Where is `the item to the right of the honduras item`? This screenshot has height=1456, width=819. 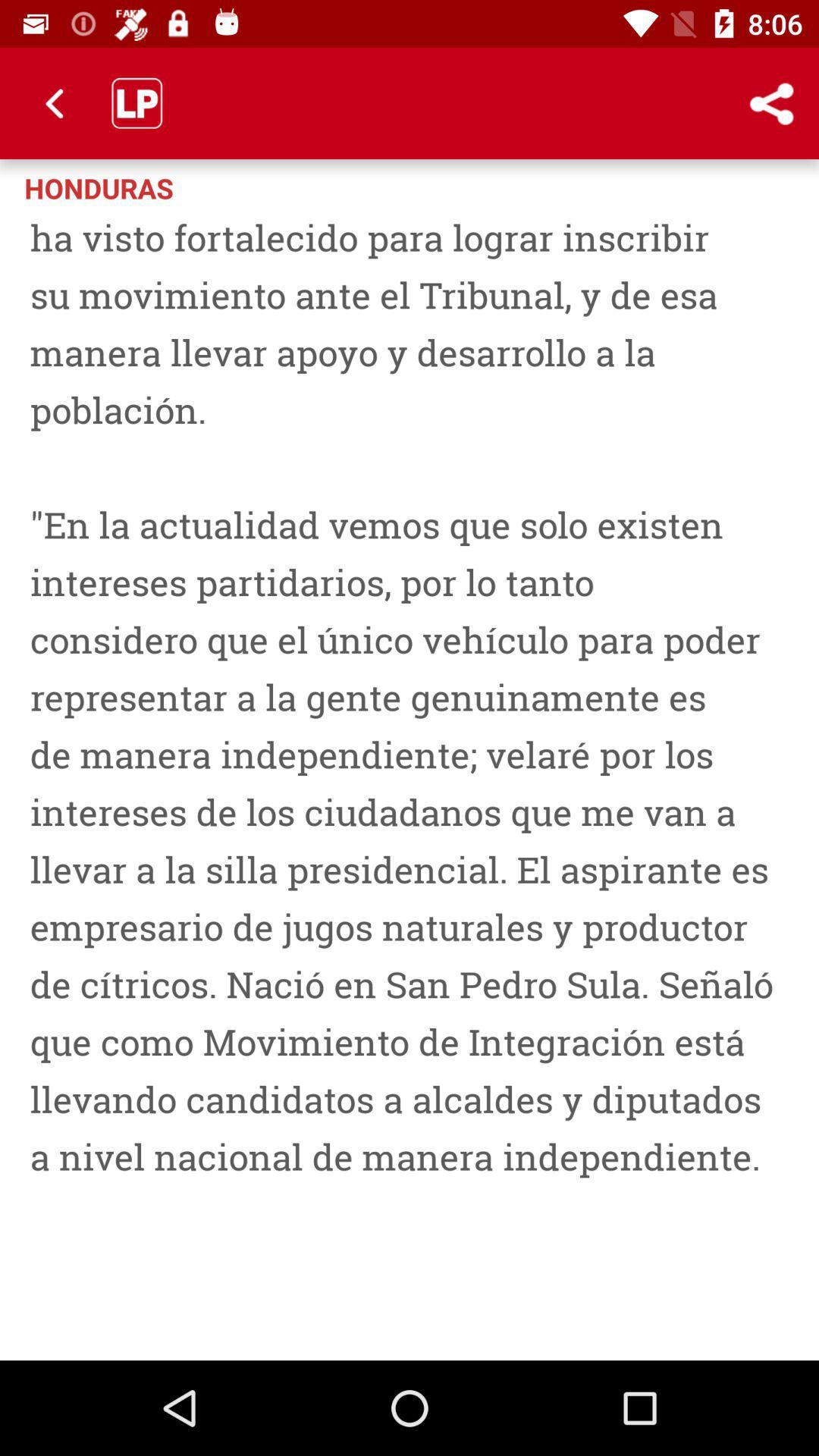
the item to the right of the honduras item is located at coordinates (709, 186).